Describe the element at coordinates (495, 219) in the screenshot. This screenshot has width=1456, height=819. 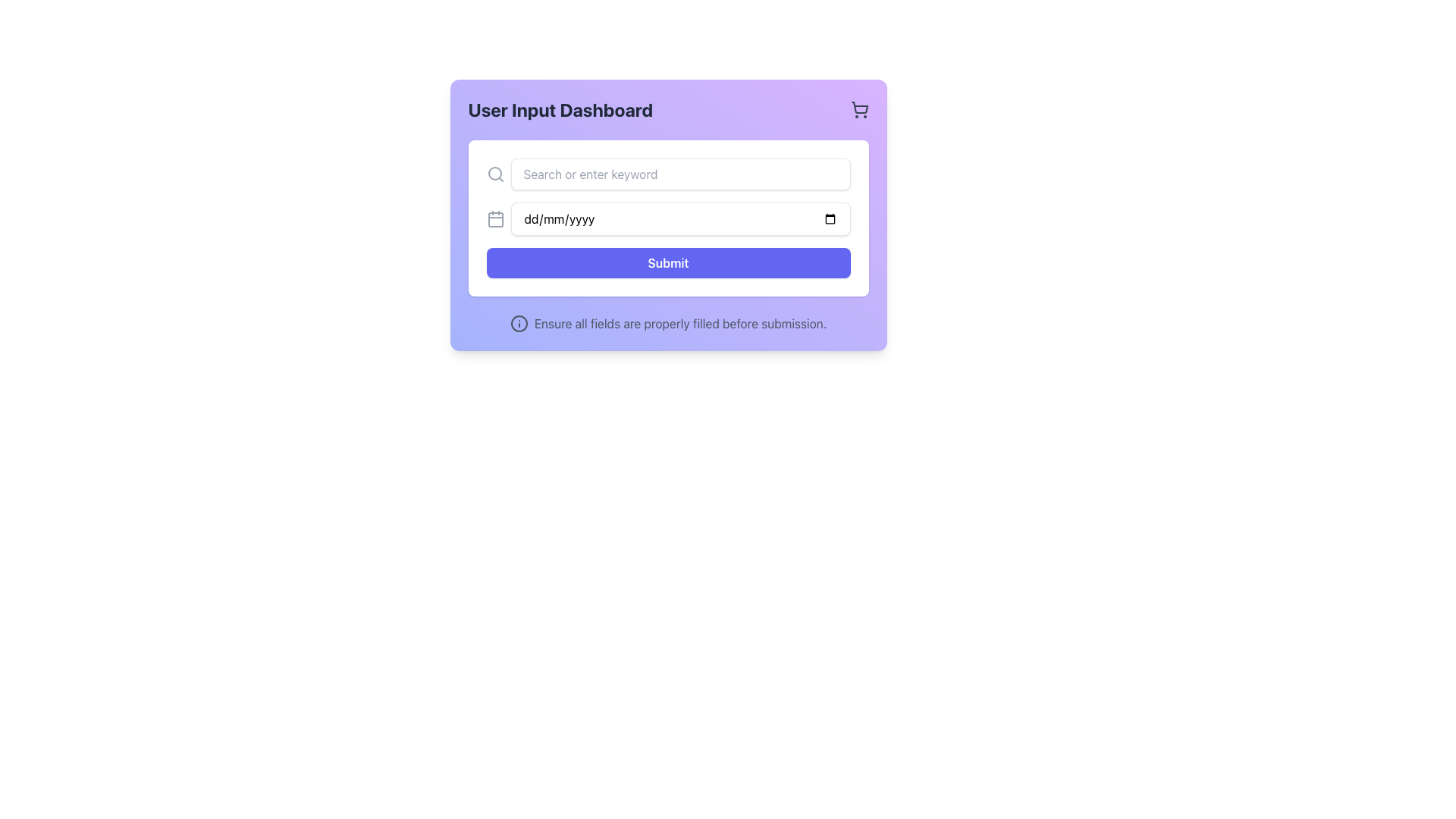
I see `the calendar icon, which is a grayscale icon with a square outline and two vertical lines, located to the left of the date input field` at that location.